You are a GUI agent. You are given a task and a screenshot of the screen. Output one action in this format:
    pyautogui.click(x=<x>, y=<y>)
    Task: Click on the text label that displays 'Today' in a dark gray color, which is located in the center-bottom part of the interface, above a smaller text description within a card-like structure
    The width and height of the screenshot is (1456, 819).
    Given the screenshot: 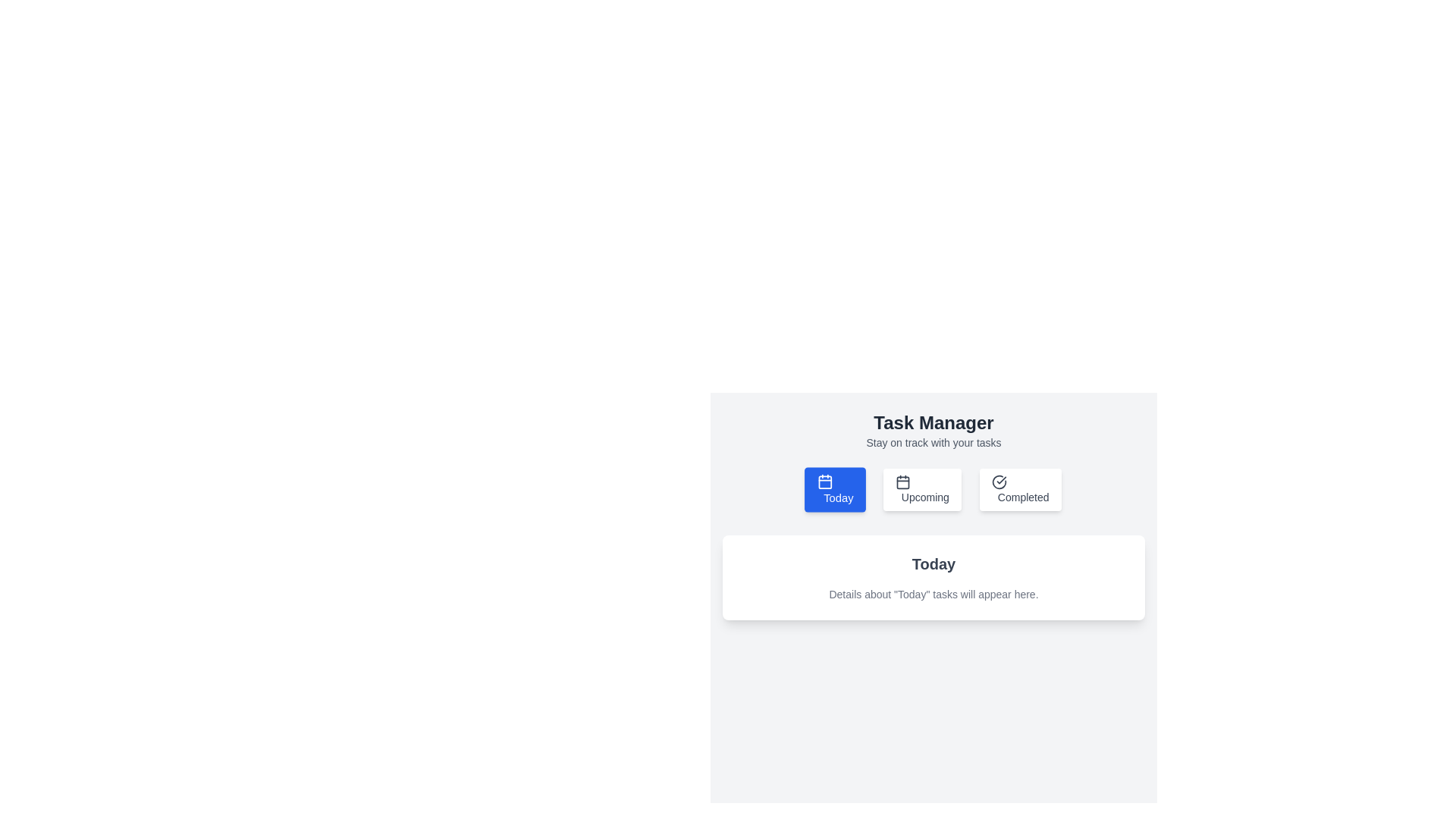 What is the action you would take?
    pyautogui.click(x=933, y=564)
    